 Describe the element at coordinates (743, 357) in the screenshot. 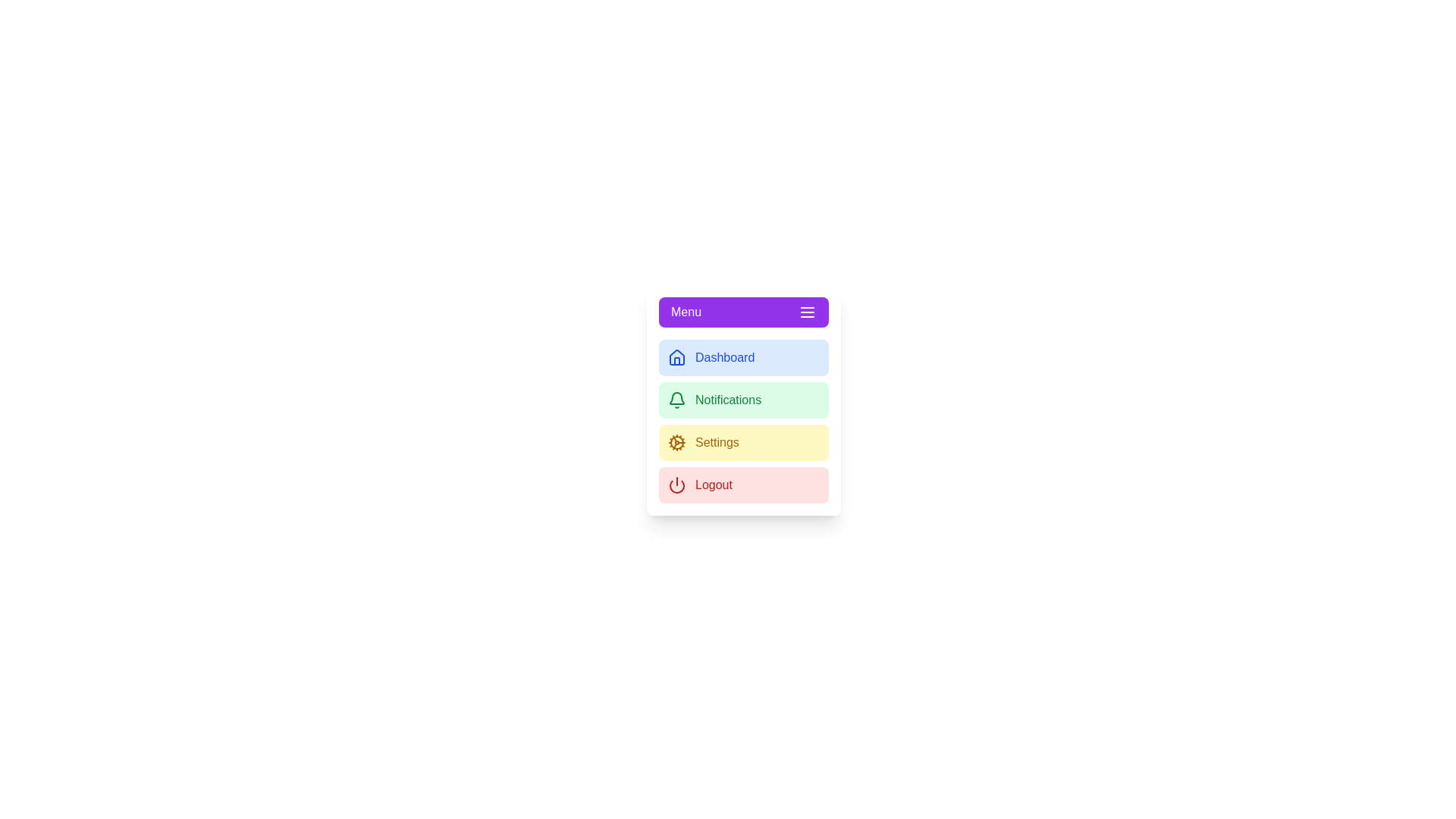

I see `the menu item Dashboard to observe its hover effect` at that location.